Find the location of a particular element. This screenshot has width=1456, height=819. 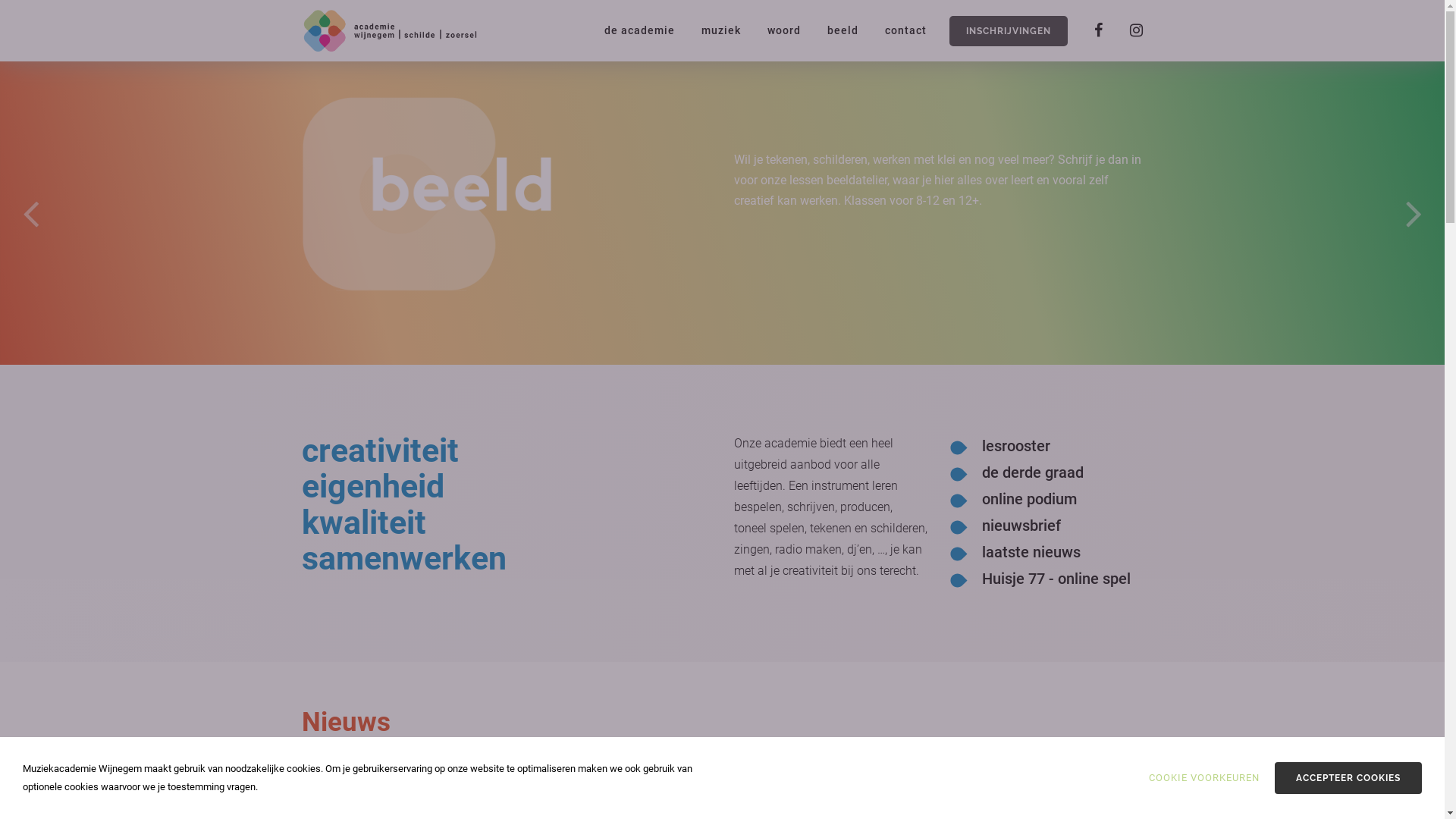

'woord' is located at coordinates (770, 27).